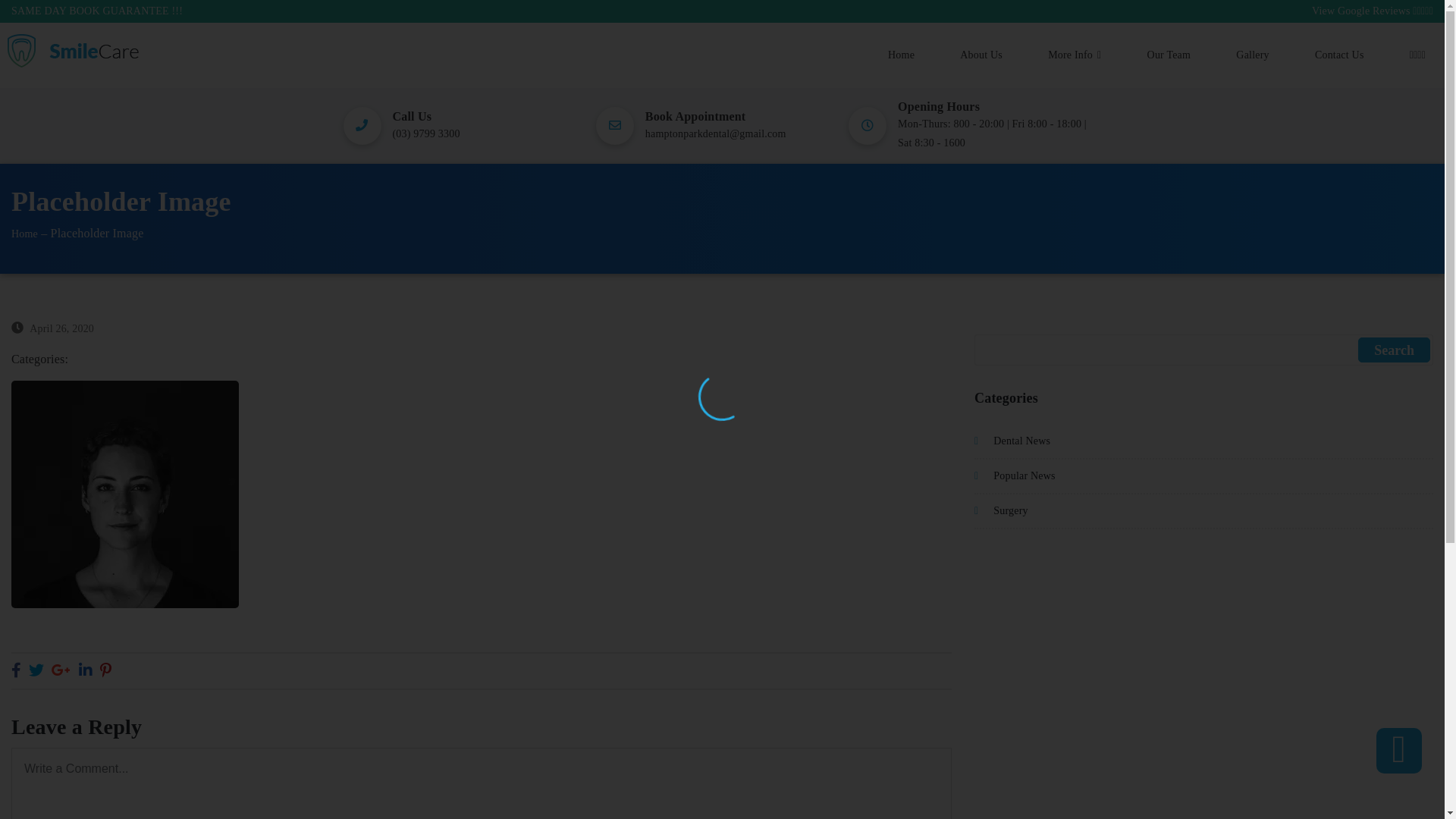 The width and height of the screenshot is (1456, 819). What do you see at coordinates (1168, 54) in the screenshot?
I see `'Our Team'` at bounding box center [1168, 54].